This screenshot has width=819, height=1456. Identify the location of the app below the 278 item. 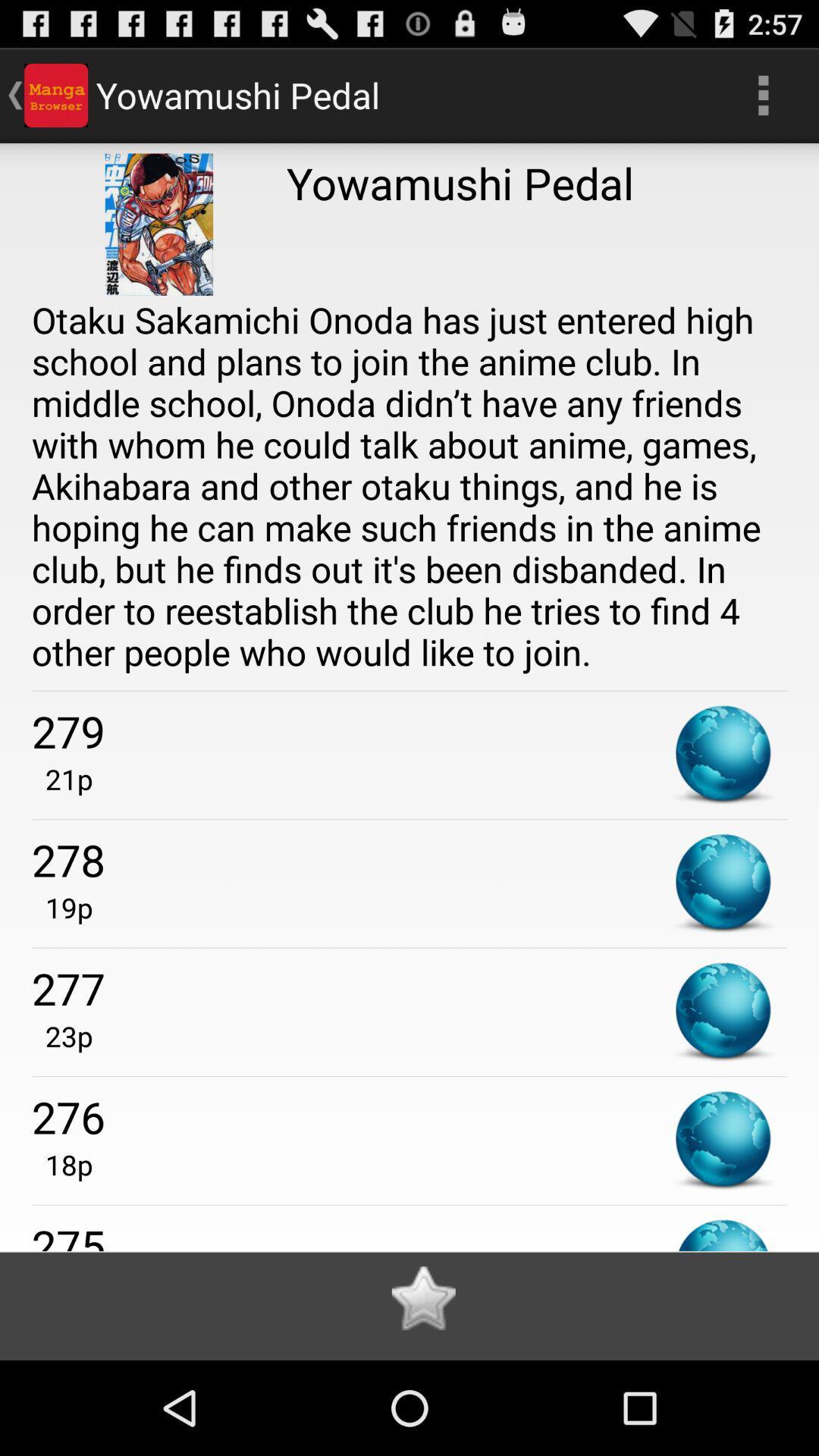
(61, 907).